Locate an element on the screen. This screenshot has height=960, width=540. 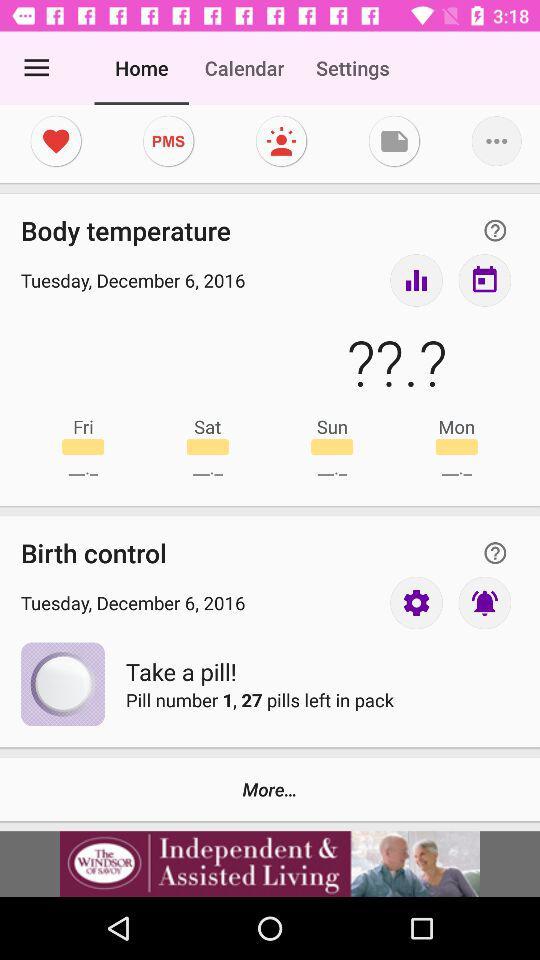
tour option is located at coordinates (415, 279).